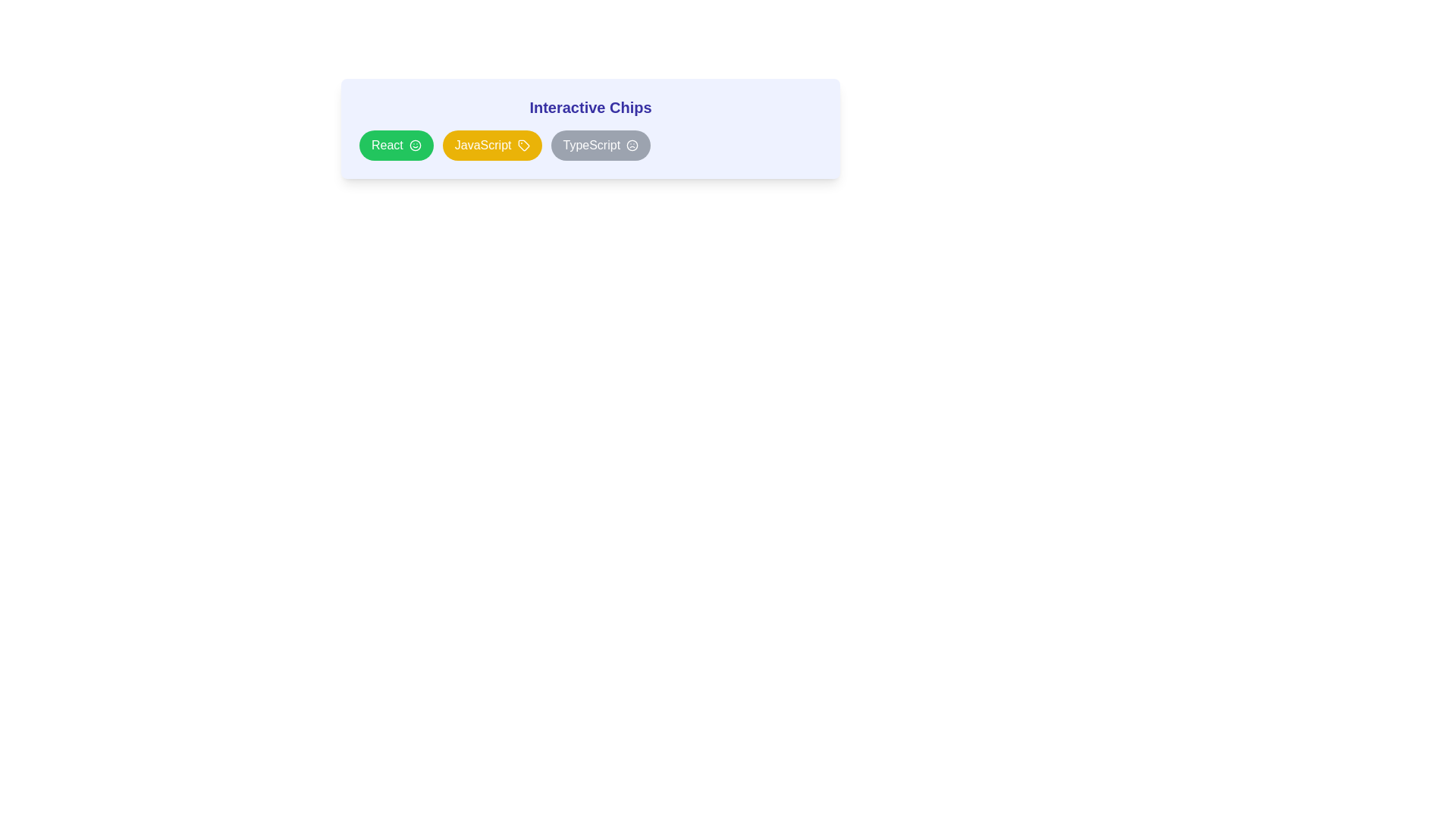 The image size is (1456, 819). I want to click on the title text label that describes the 'Interactive Chips' feature, which is centrally aligned above the interactive chip elements, so click(589, 107).